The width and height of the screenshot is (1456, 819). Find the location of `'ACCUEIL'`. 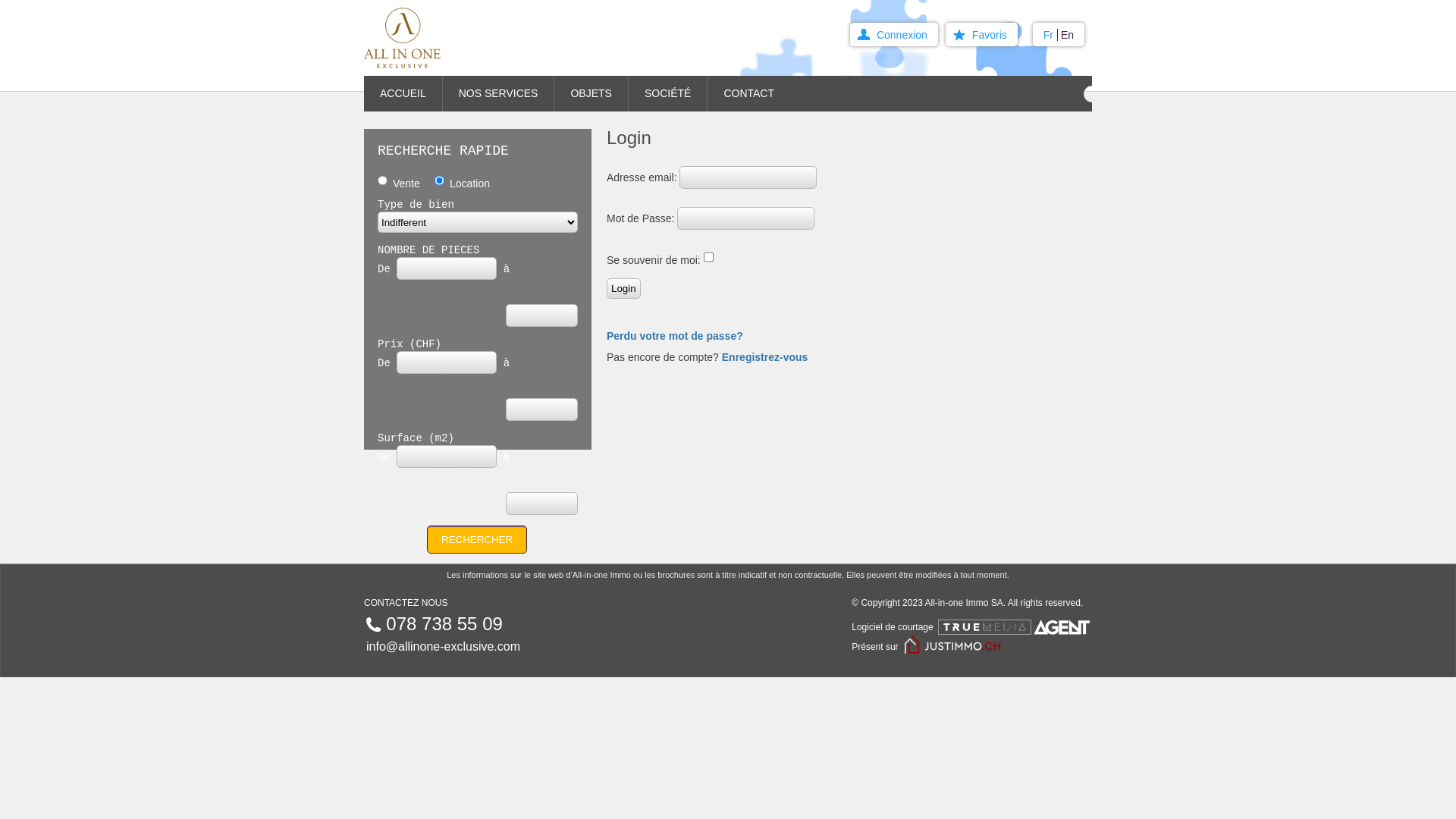

'ACCUEIL' is located at coordinates (364, 93).